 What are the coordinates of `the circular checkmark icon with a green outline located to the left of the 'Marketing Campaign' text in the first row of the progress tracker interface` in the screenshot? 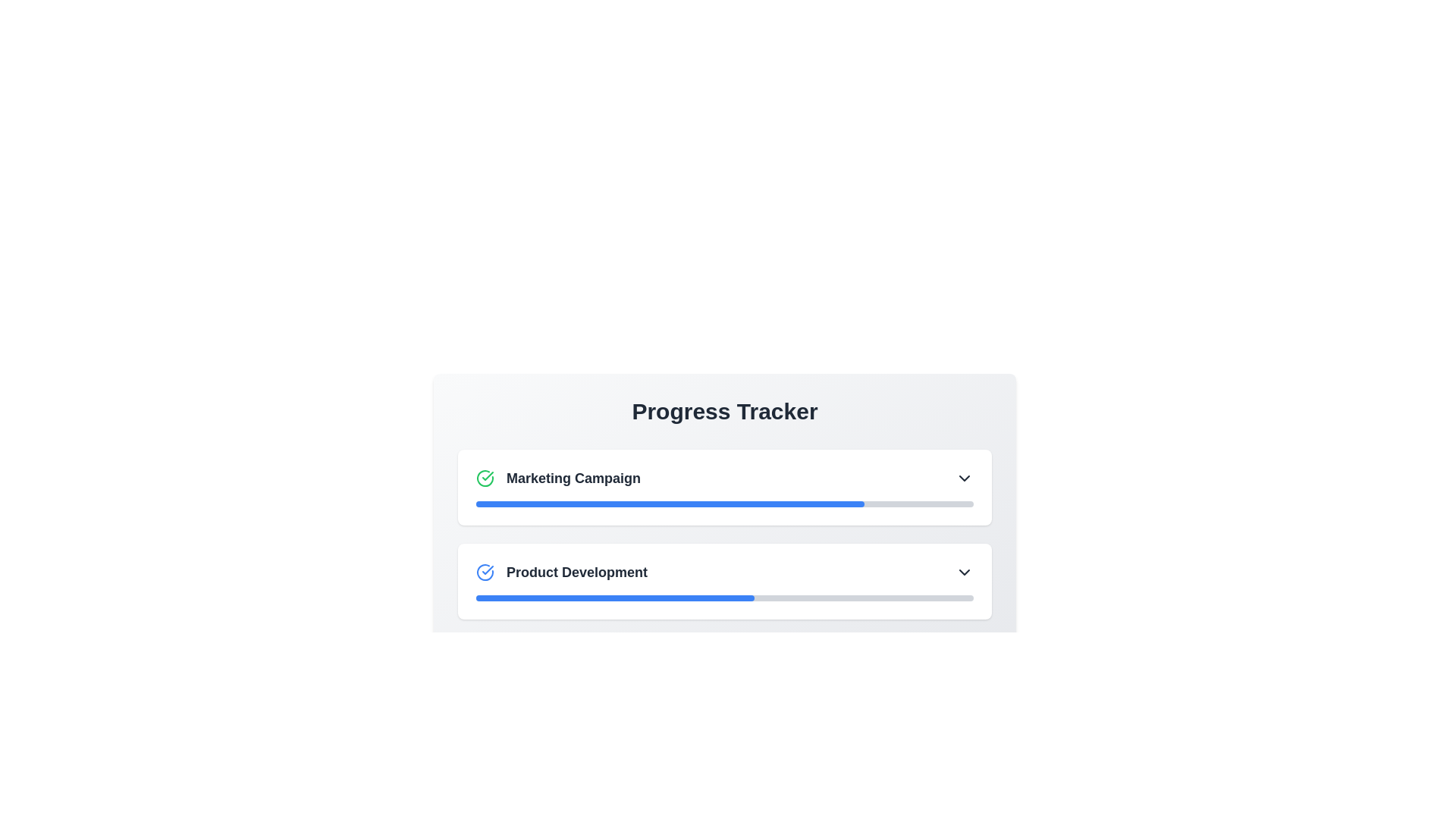 It's located at (484, 479).